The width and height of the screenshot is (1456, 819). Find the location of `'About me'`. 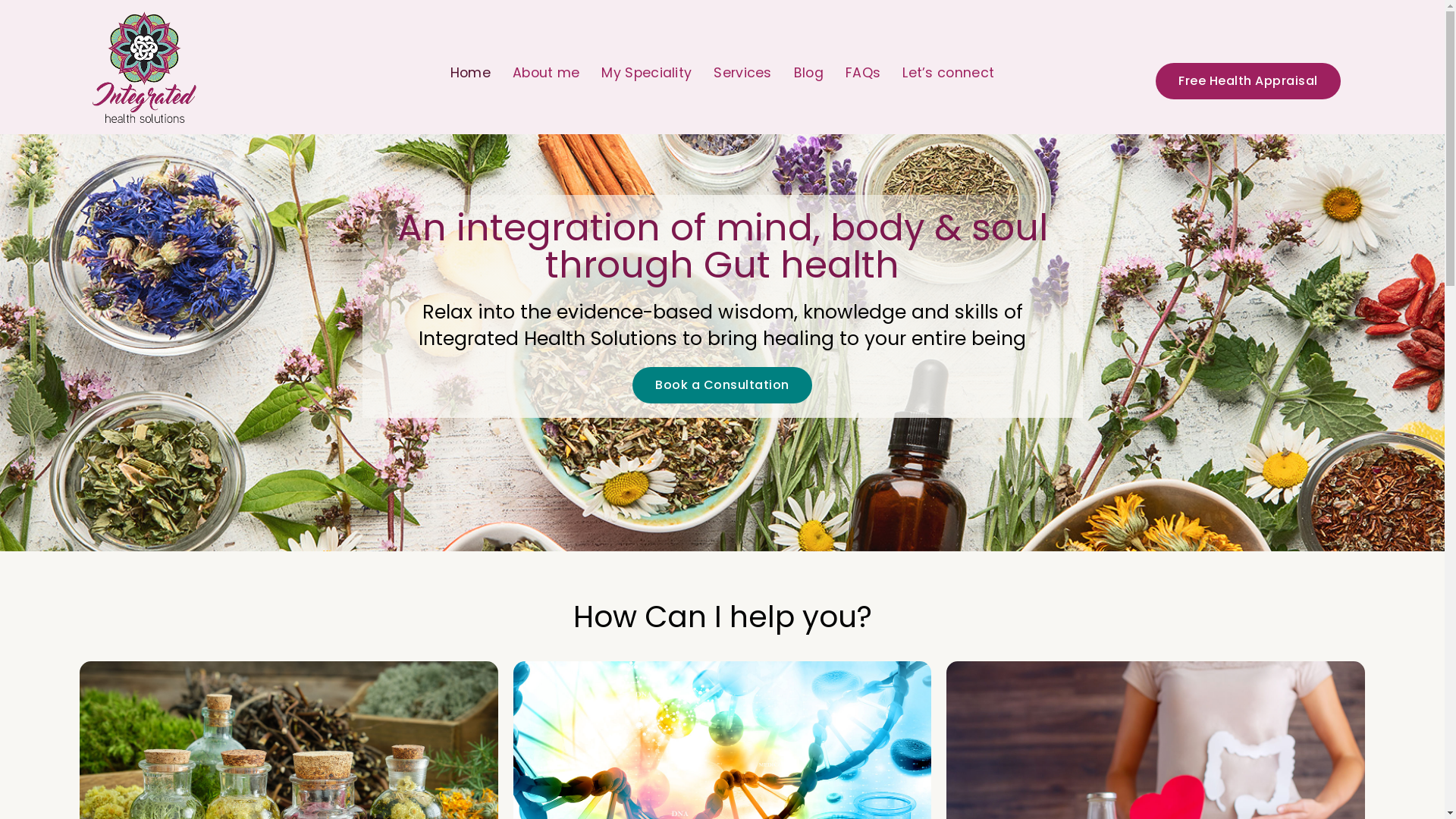

'About me' is located at coordinates (546, 73).